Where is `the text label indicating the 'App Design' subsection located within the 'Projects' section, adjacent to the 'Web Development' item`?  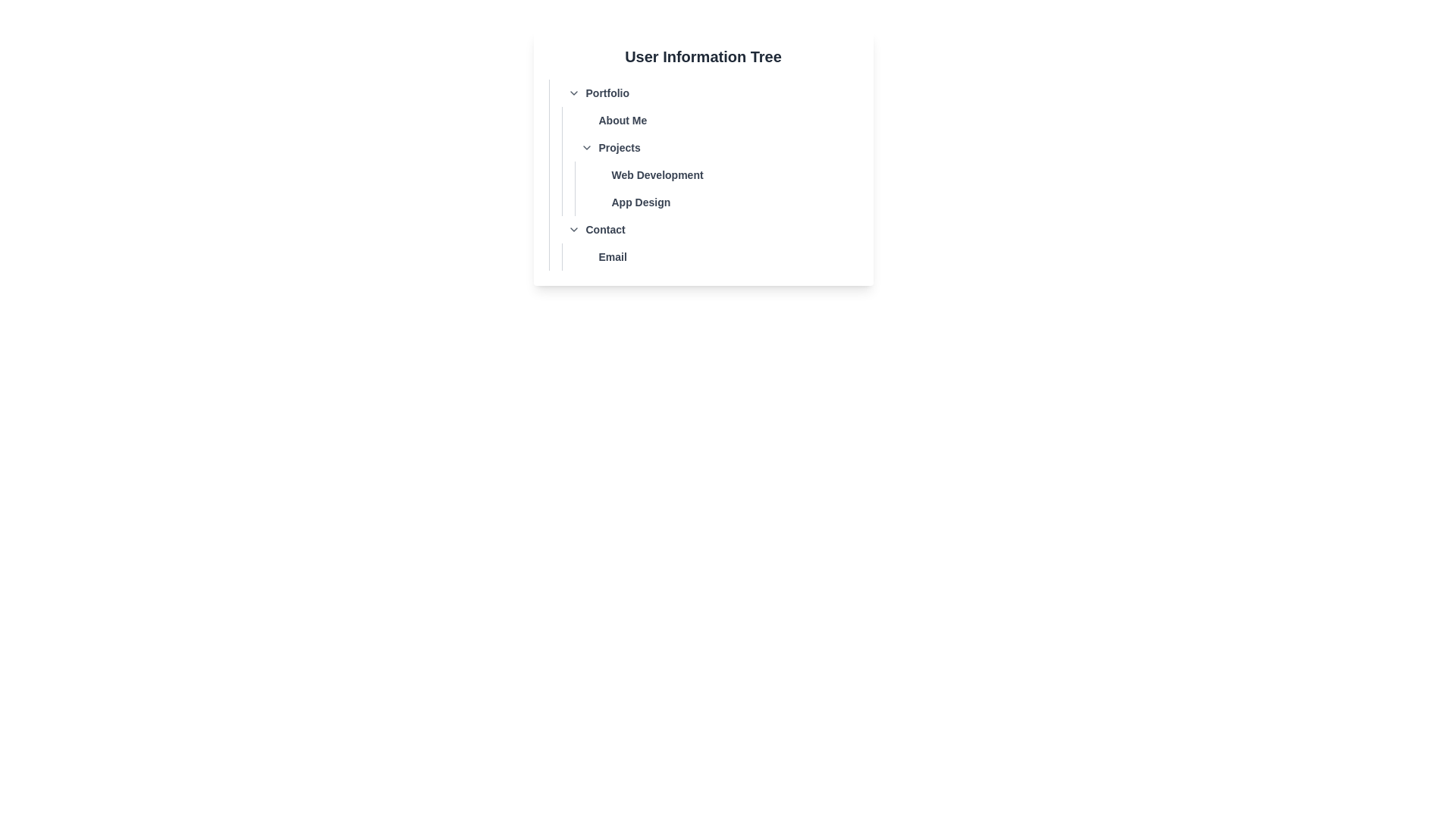
the text label indicating the 'App Design' subsection located within the 'Projects' section, adjacent to the 'Web Development' item is located at coordinates (641, 201).